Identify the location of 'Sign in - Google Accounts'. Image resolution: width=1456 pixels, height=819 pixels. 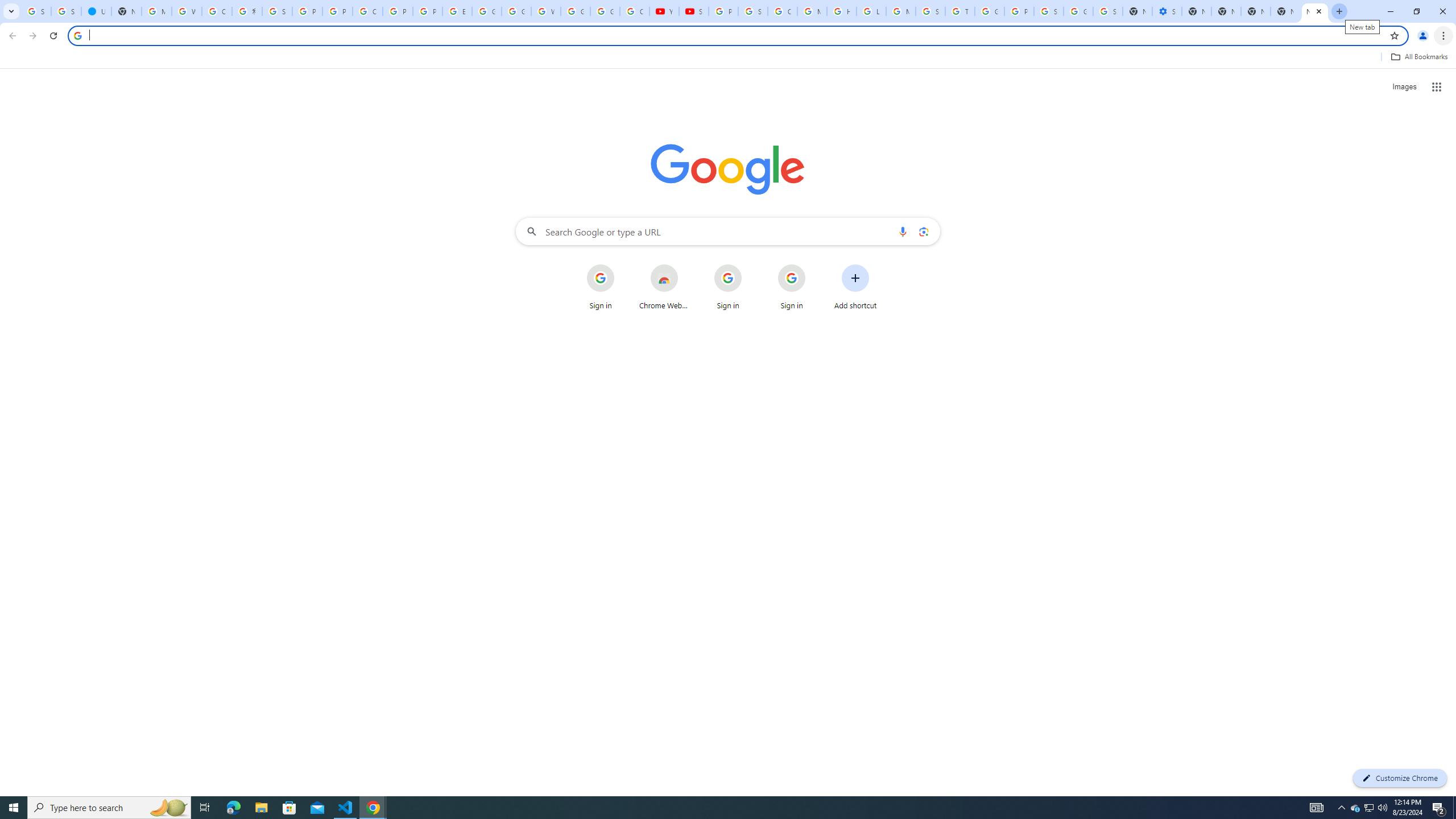
(276, 11).